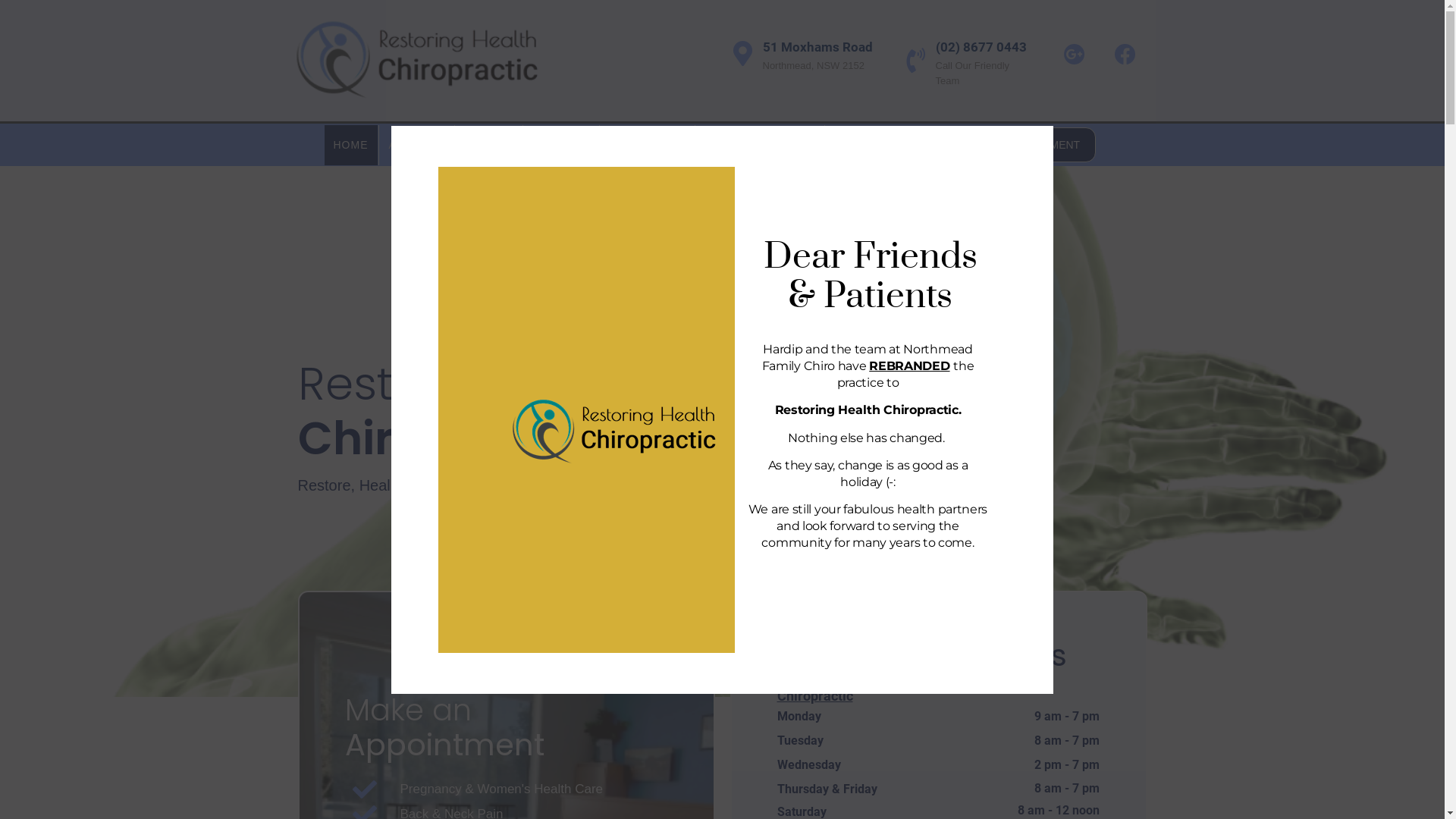 This screenshot has height=819, width=1456. What do you see at coordinates (862, 144) in the screenshot?
I see `'CONTACT'` at bounding box center [862, 144].